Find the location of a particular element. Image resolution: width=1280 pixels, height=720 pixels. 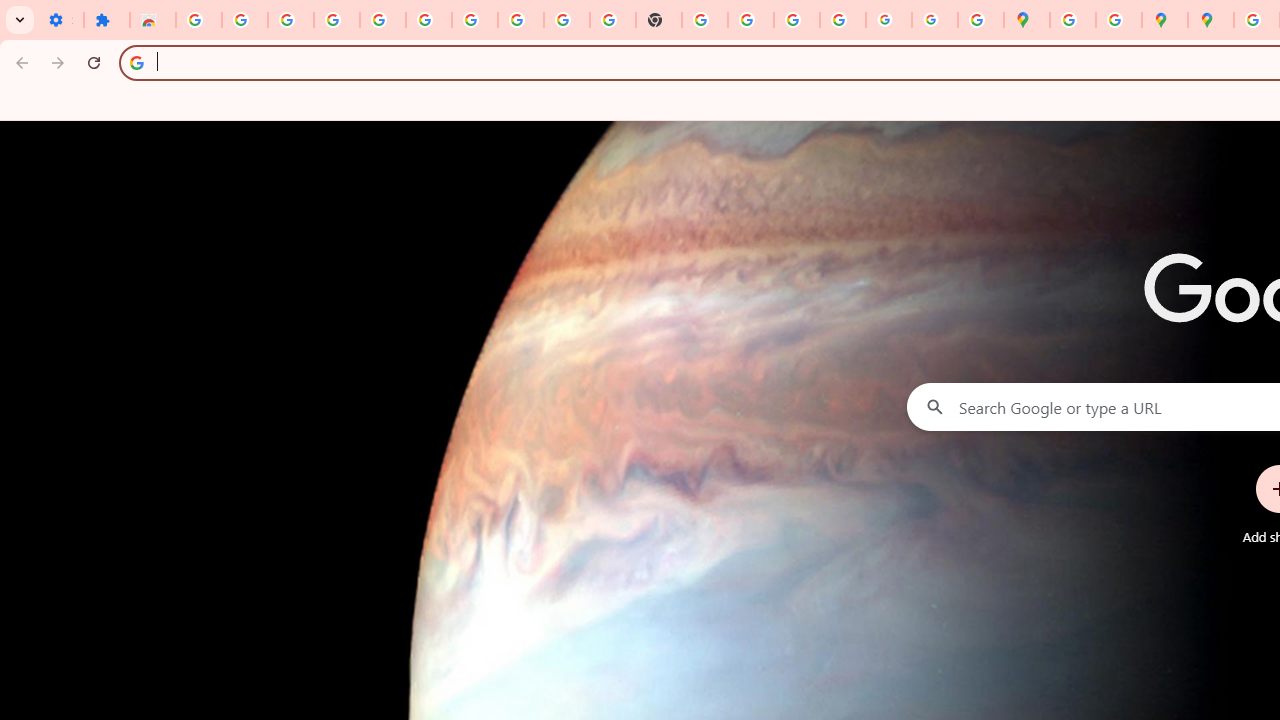

'Reload' is located at coordinates (93, 61).